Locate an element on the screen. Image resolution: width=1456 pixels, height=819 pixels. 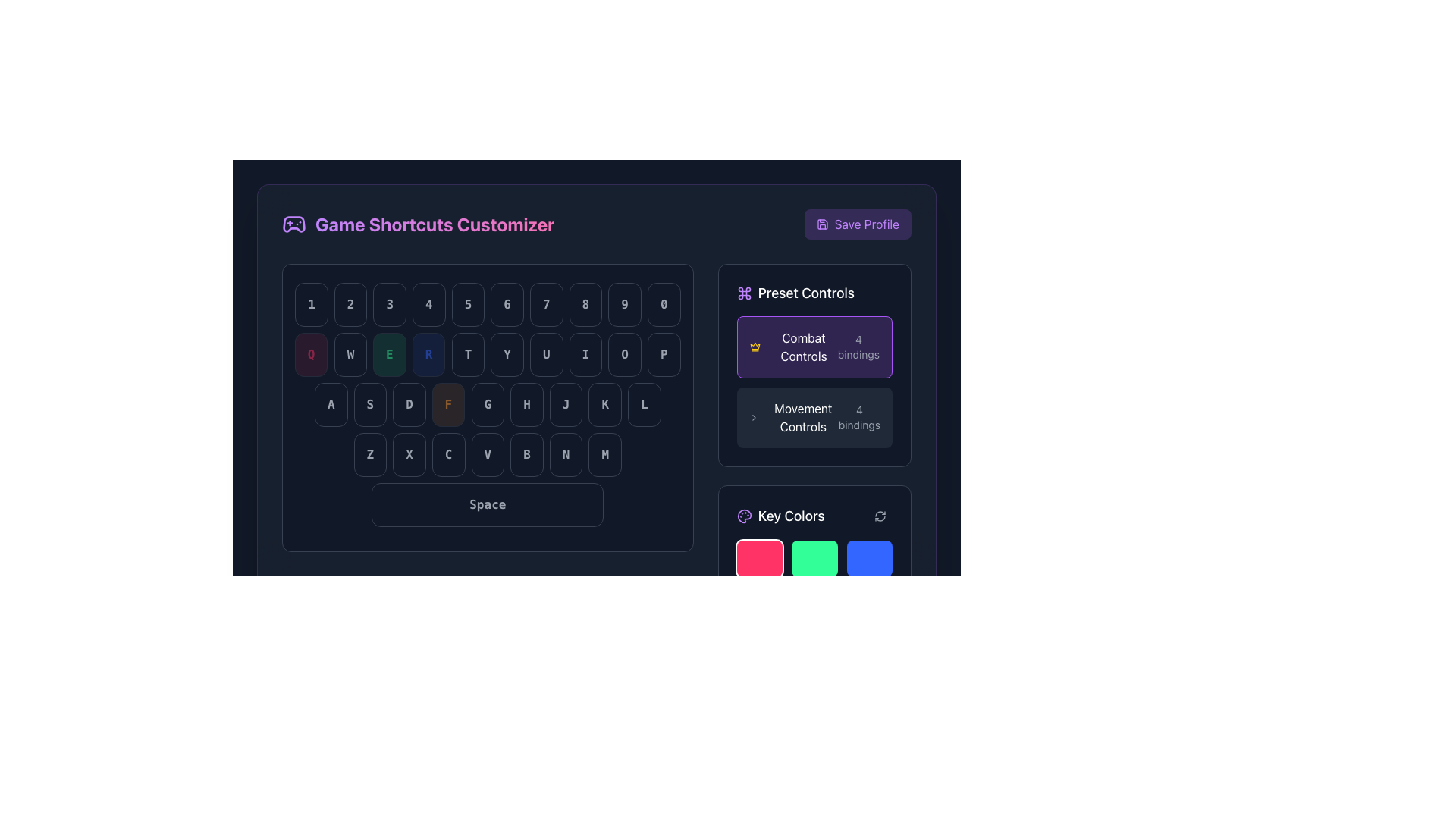
the button labeled 'J' which is styled with a dark background and gray text, located between buttons 'H' and 'K' in the eighth position is located at coordinates (565, 403).